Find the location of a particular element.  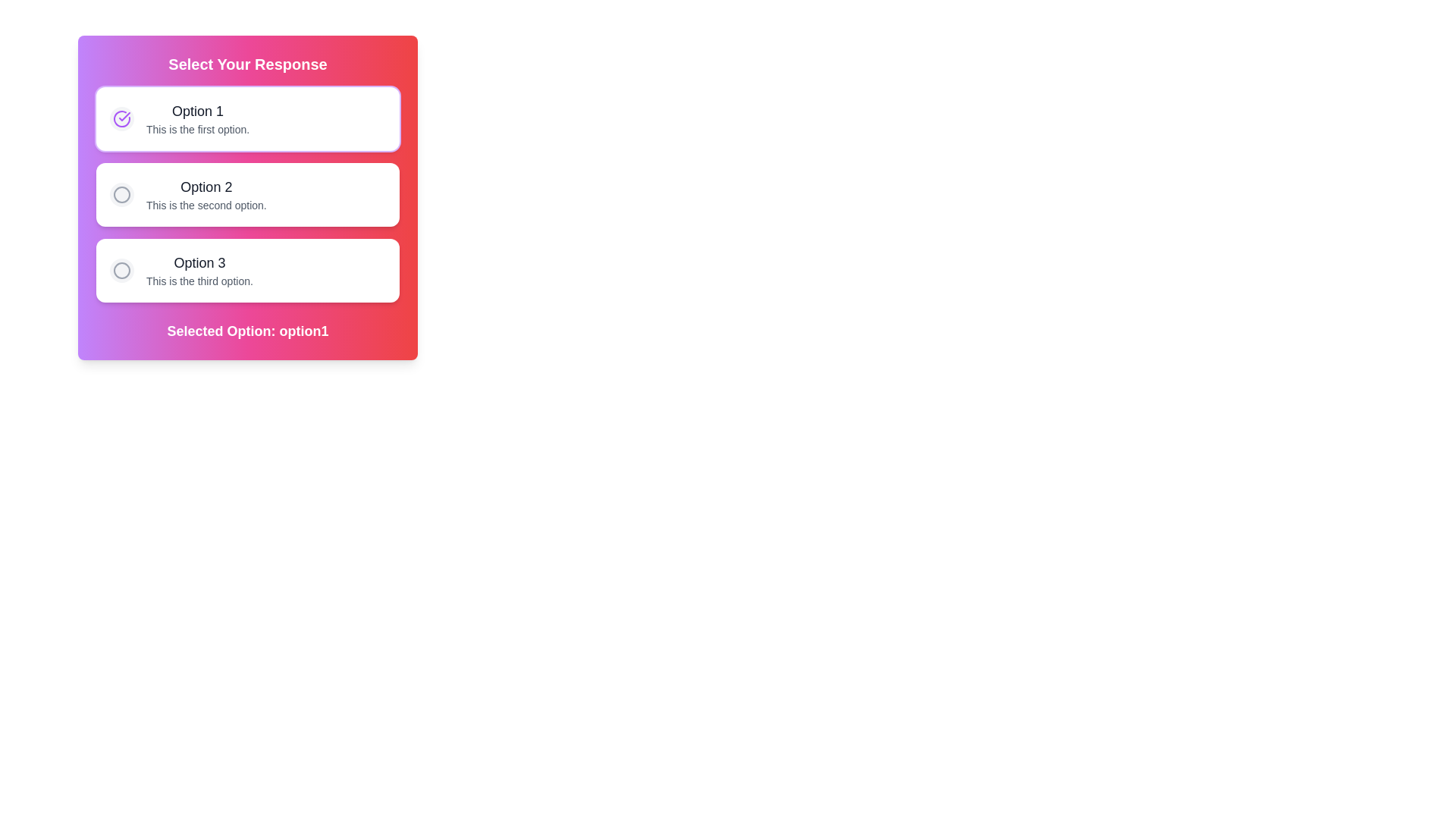

the circular indicator to the left of 'Option 2' in the vertical list of choices is located at coordinates (122, 194).